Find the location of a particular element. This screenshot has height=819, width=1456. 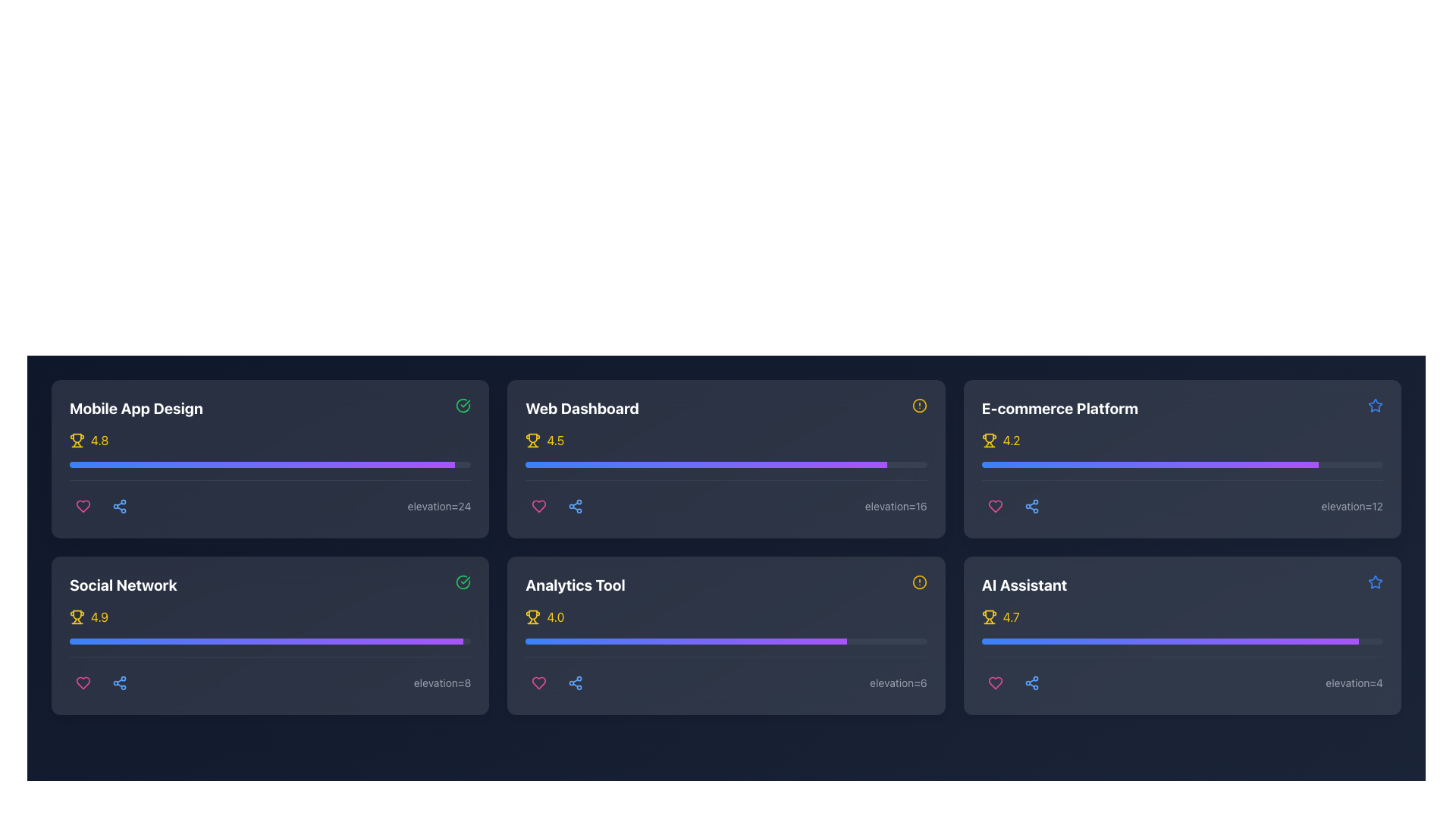

the horizontal progress bar styled with a gradient color scheme located below the text '4.0' in the 'Analytics Tool' card is located at coordinates (726, 651).